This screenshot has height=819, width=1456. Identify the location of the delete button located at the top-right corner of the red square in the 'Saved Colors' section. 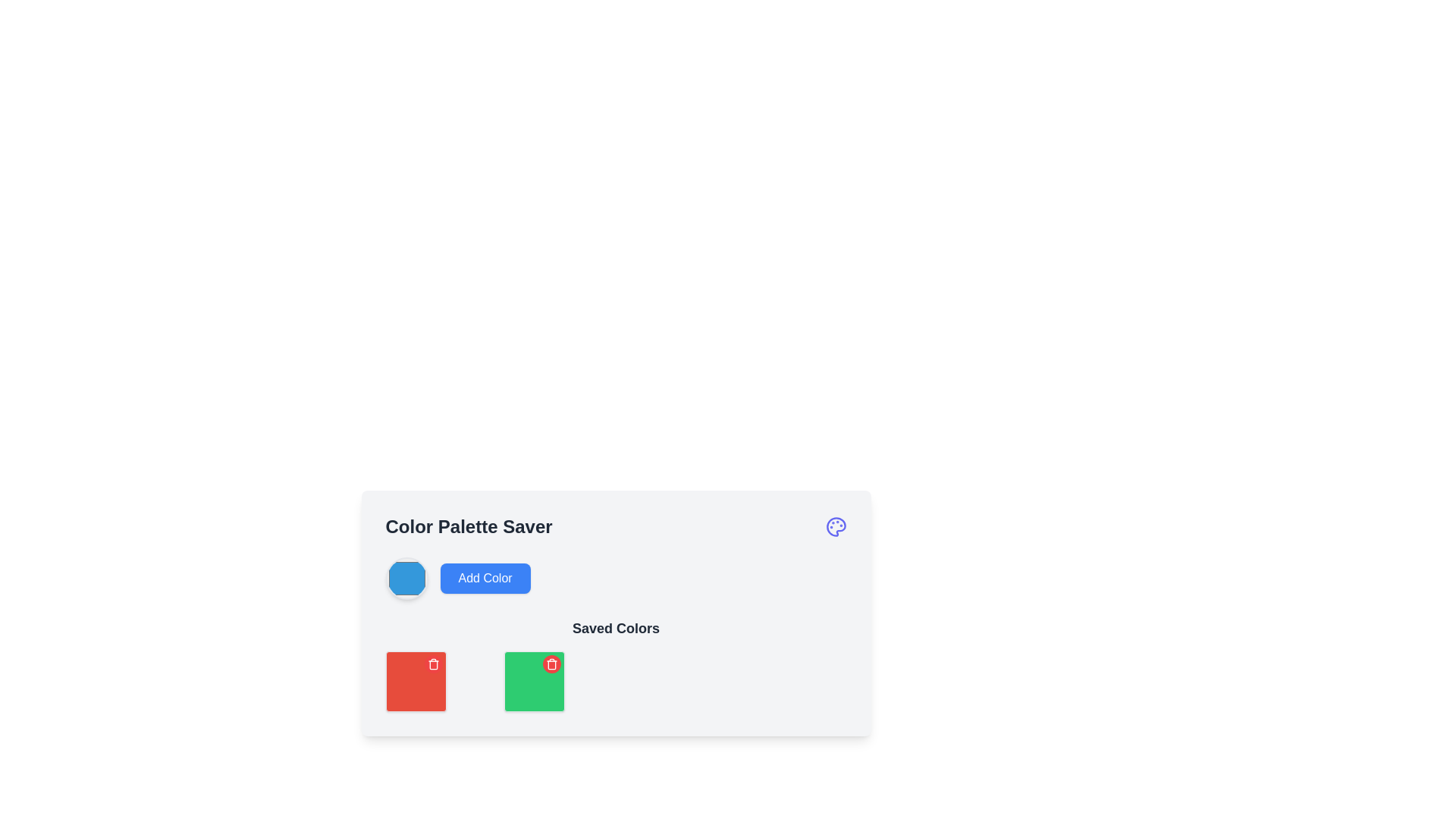
(432, 663).